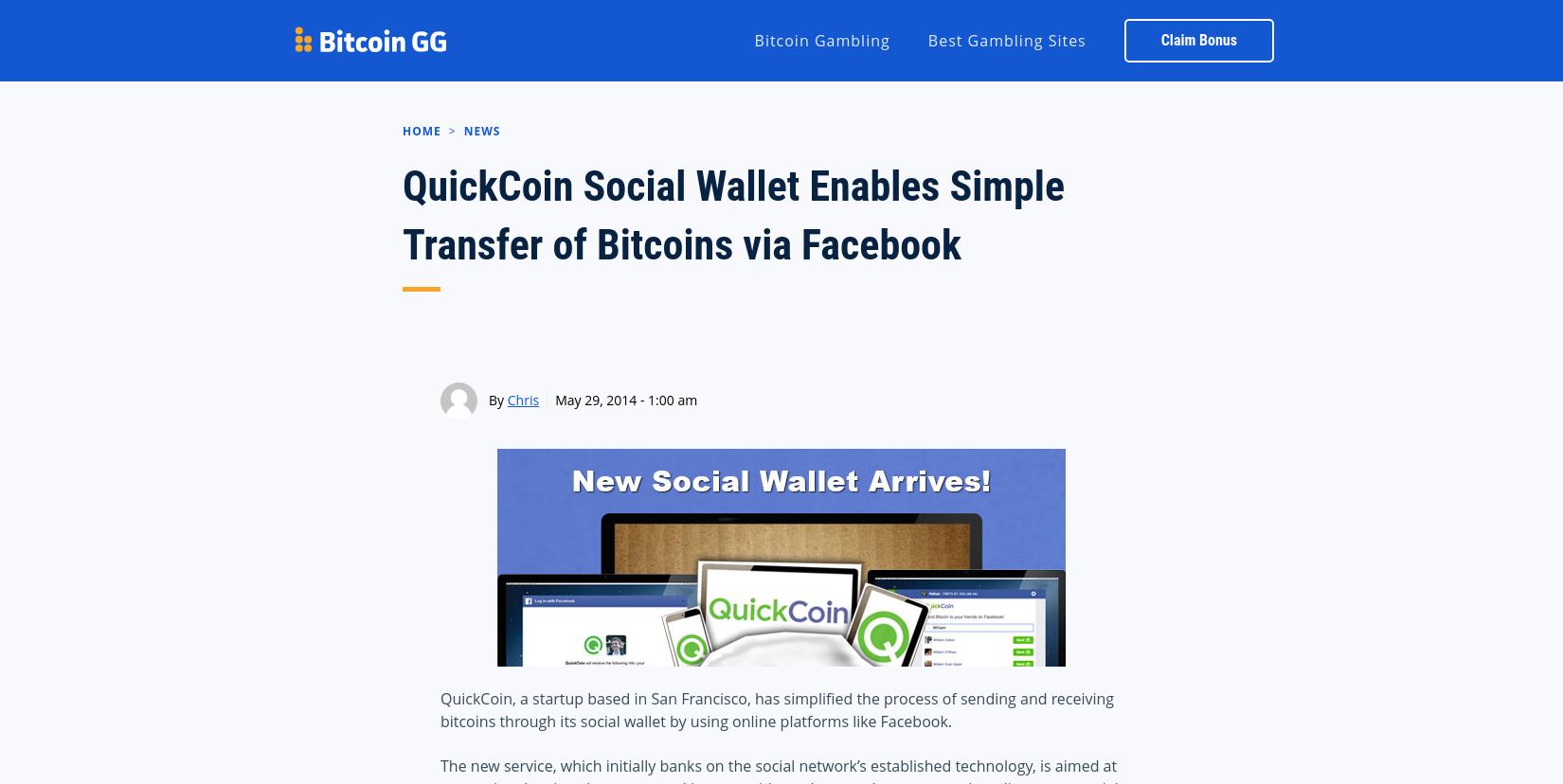 The width and height of the screenshot is (1563, 784). What do you see at coordinates (624, 400) in the screenshot?
I see `'May 29, 2014 - 1:00 am'` at bounding box center [624, 400].